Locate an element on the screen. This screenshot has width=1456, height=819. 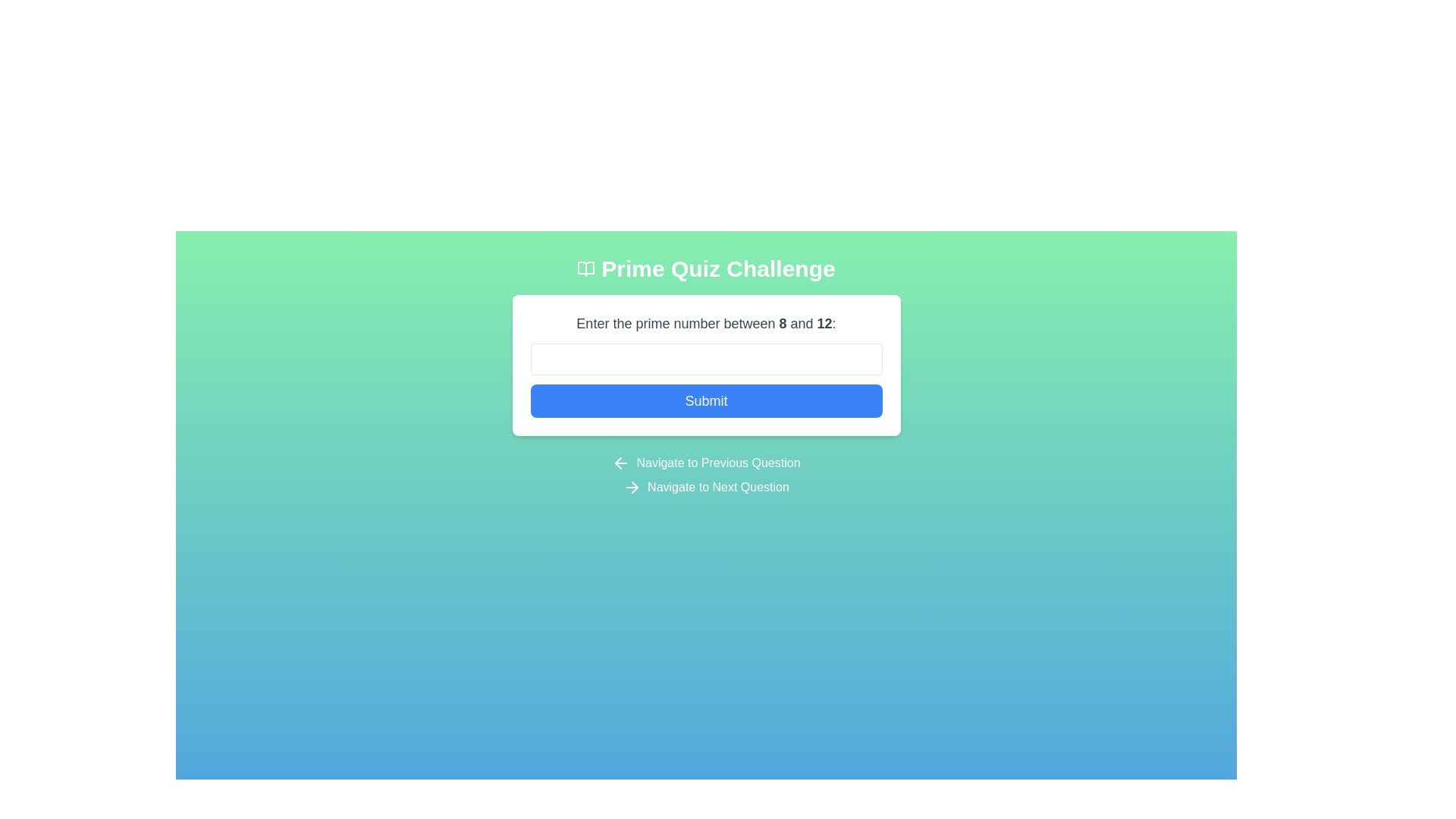
the text label that says 'Navigate to Next Question', which is styled in white text on a gradient blue-green background and is part of a navigational feature is located at coordinates (717, 488).